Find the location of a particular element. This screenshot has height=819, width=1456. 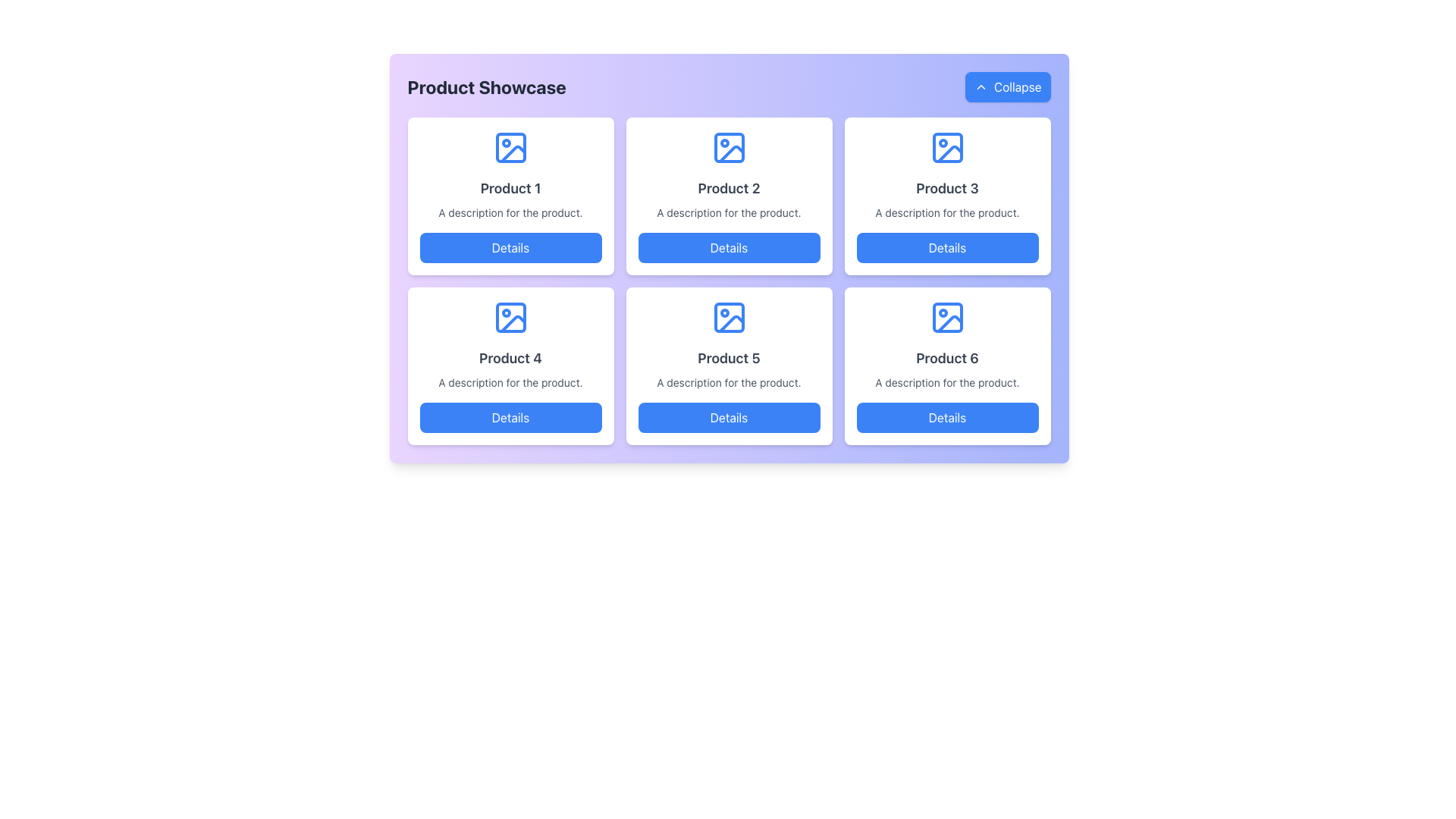

the Text Label that serves as a header in the component is located at coordinates (487, 87).